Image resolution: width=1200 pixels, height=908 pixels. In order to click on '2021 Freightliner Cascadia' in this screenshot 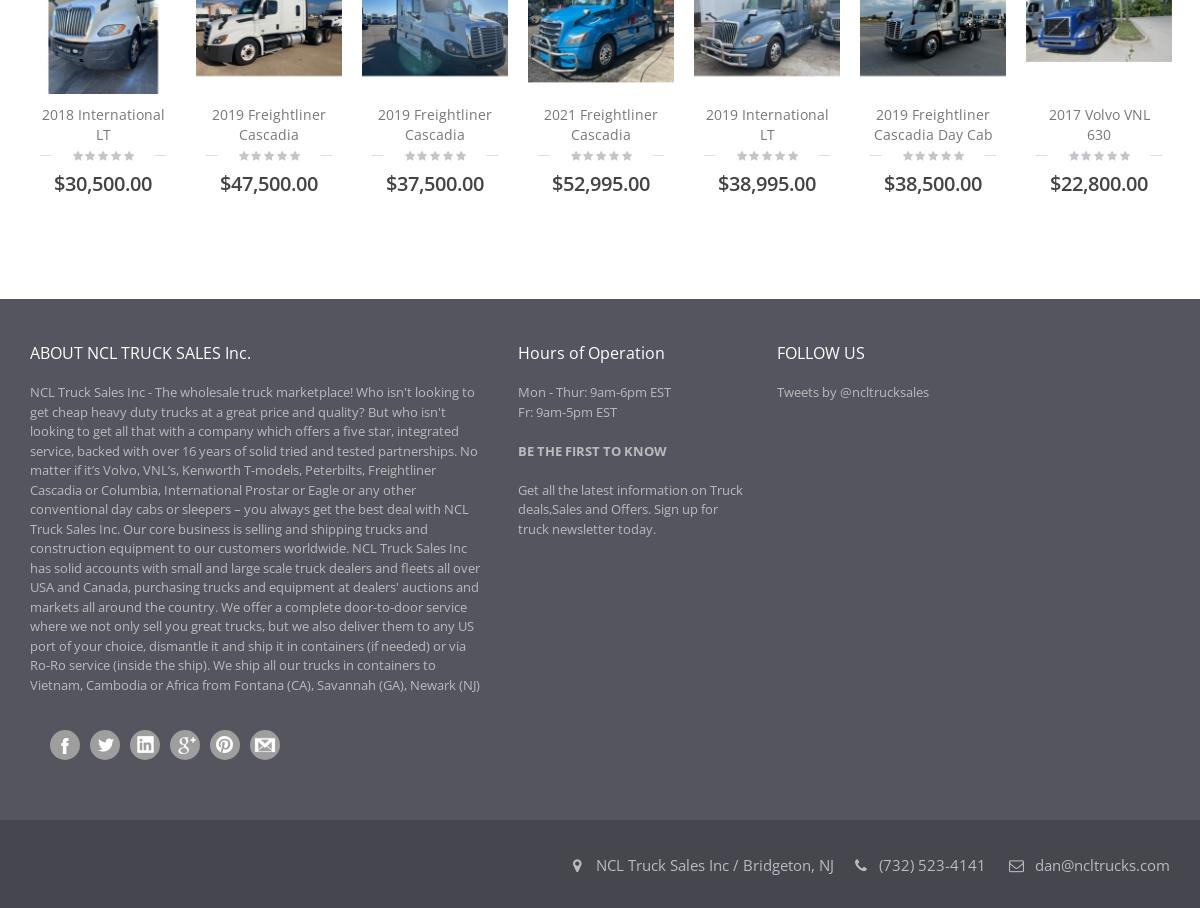, I will do `click(600, 124)`.